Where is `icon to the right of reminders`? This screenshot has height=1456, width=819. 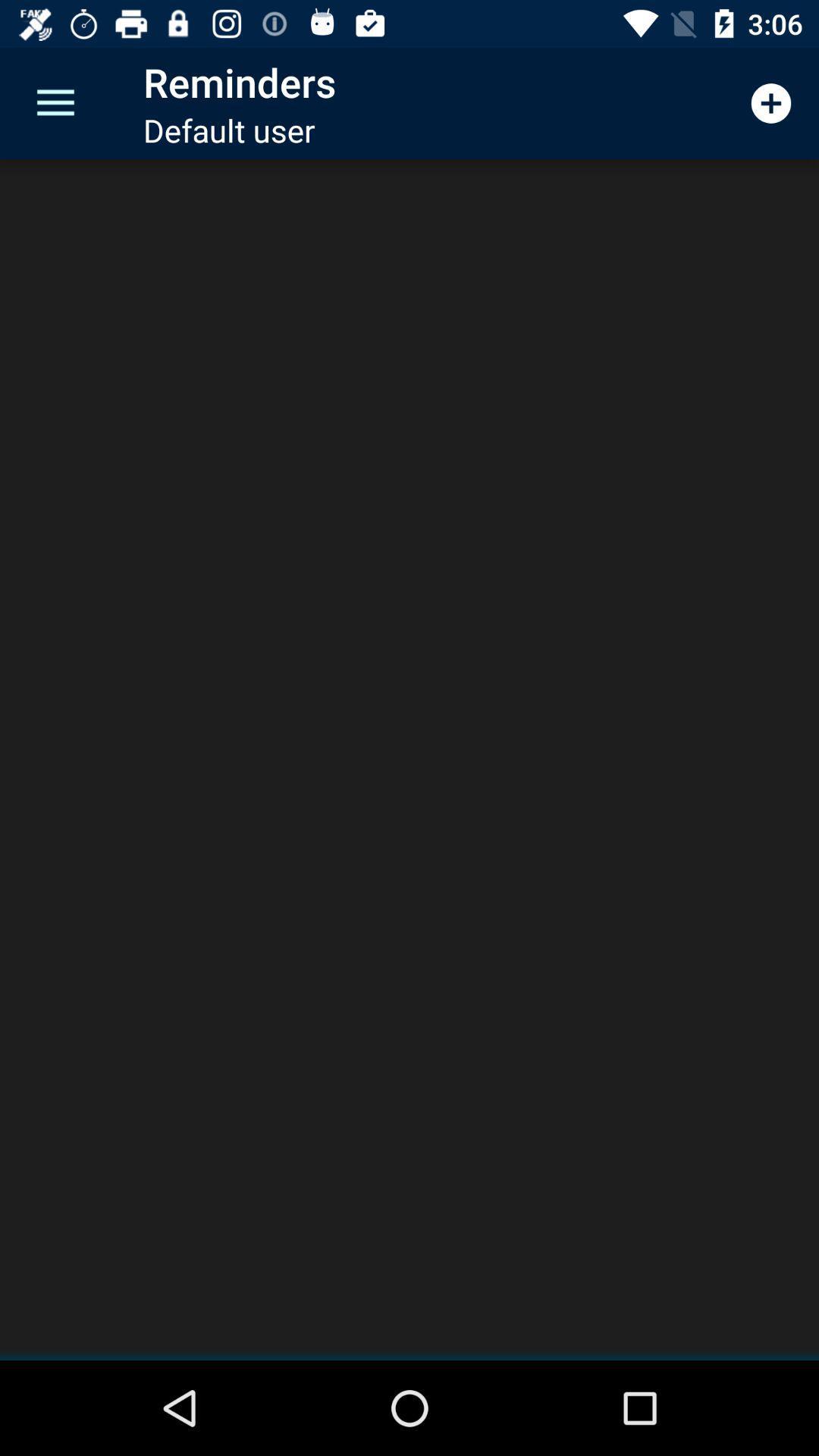 icon to the right of reminders is located at coordinates (771, 102).